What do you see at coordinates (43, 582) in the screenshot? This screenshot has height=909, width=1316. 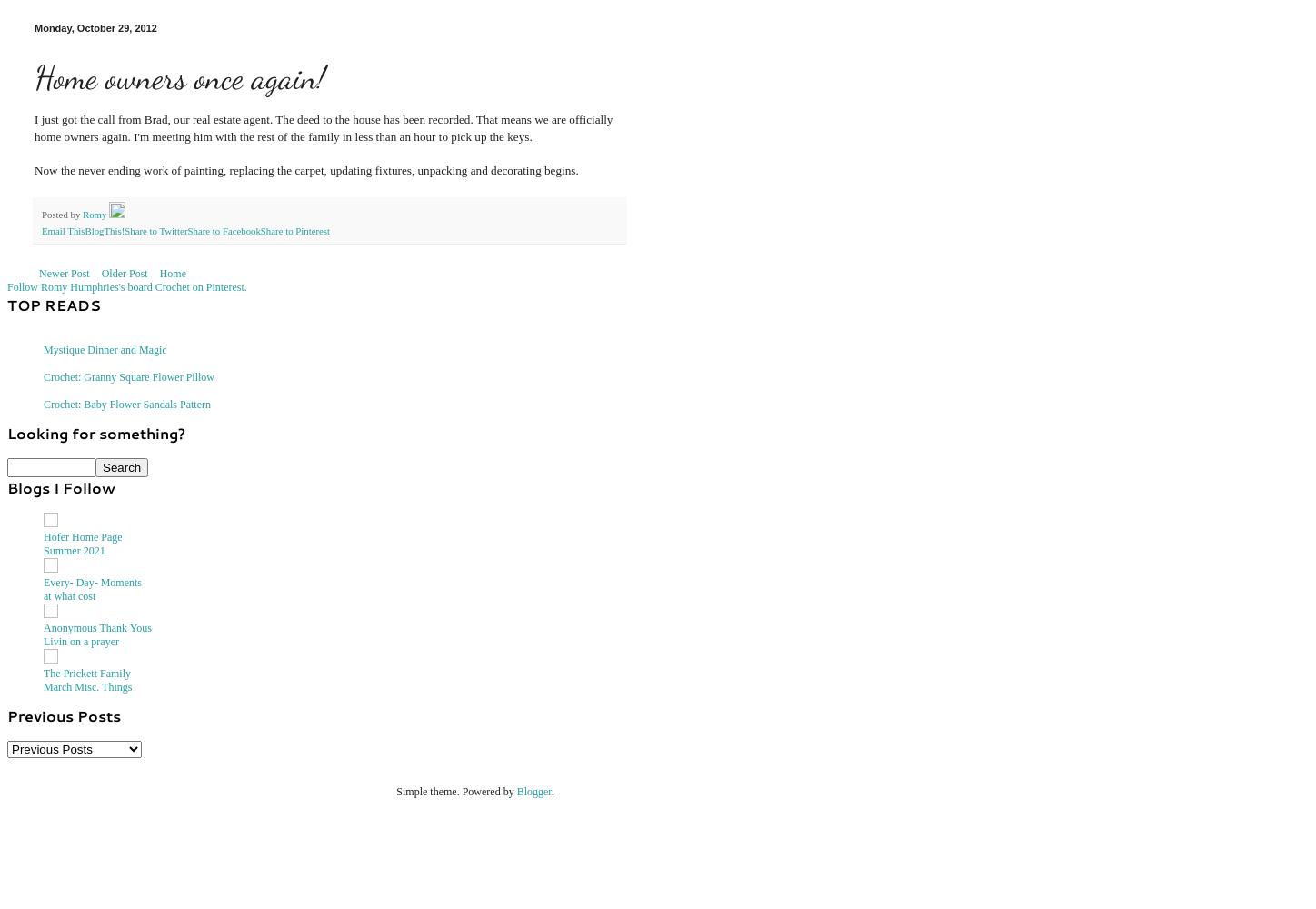 I see `'Every- Day- Moments'` at bounding box center [43, 582].